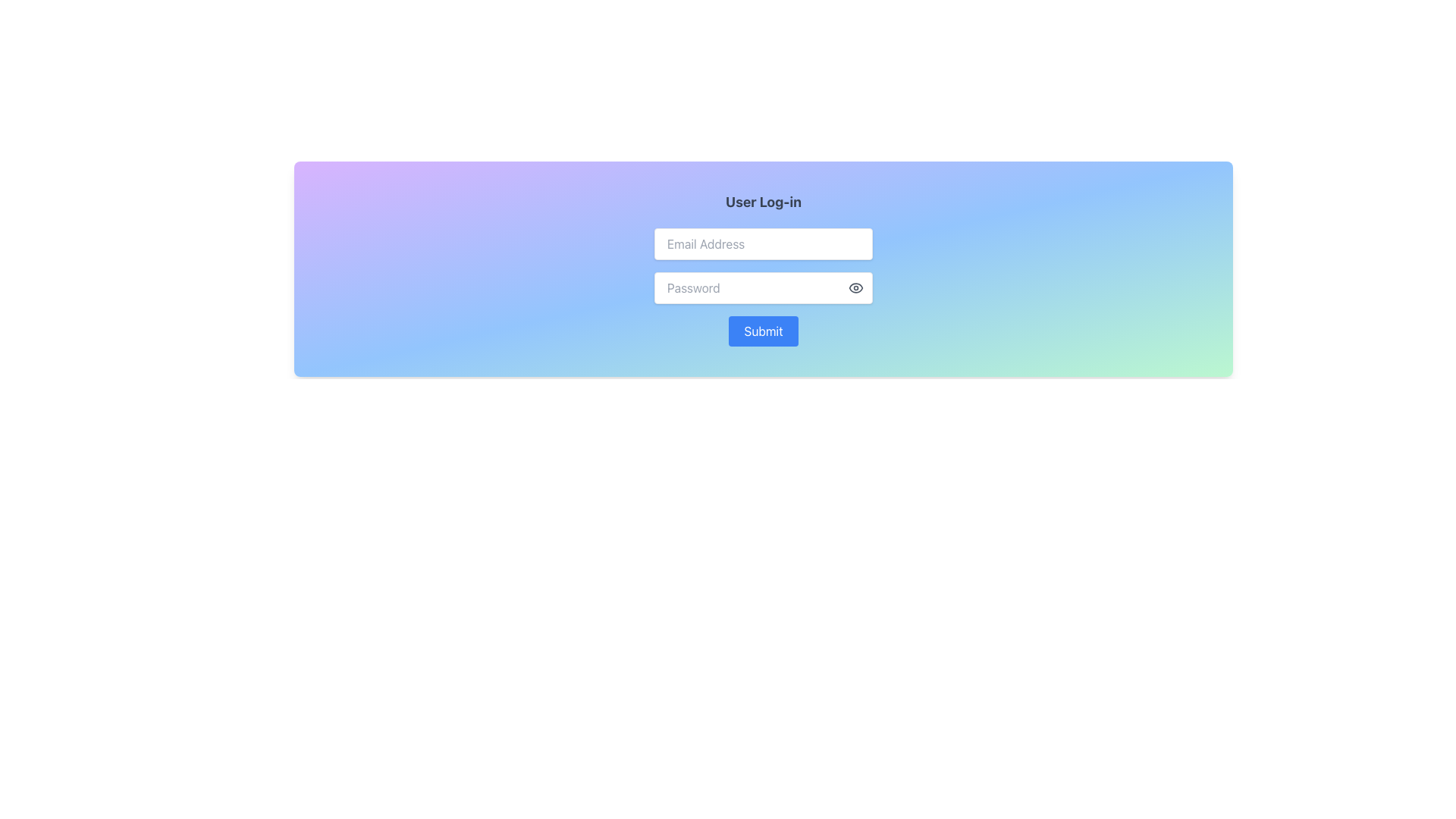  Describe the element at coordinates (855, 288) in the screenshot. I see `the eye-shaped icon located at the right end of the password input field in the login interface` at that location.